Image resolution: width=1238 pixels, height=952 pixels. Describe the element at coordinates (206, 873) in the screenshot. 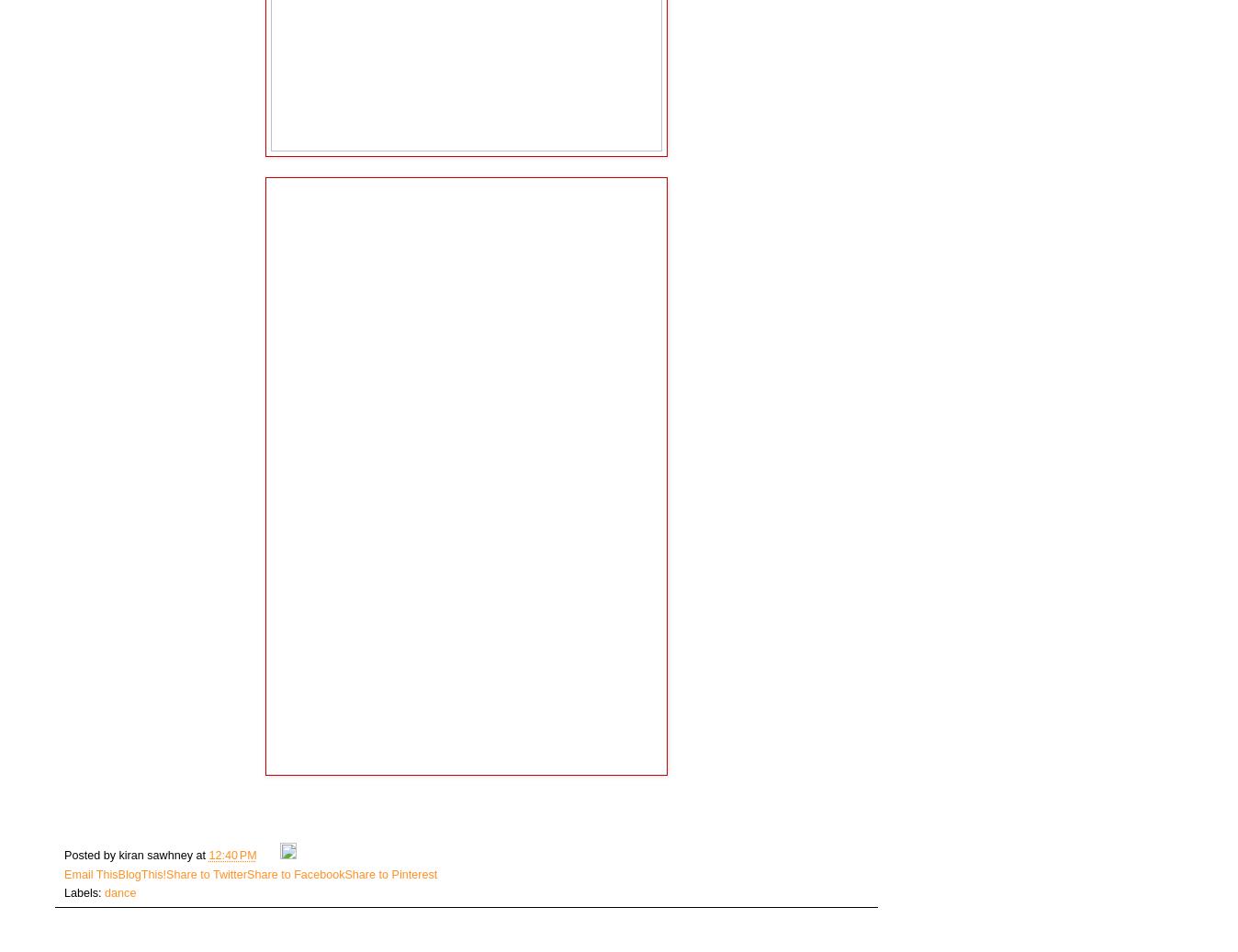

I see `'Share to Twitter'` at that location.